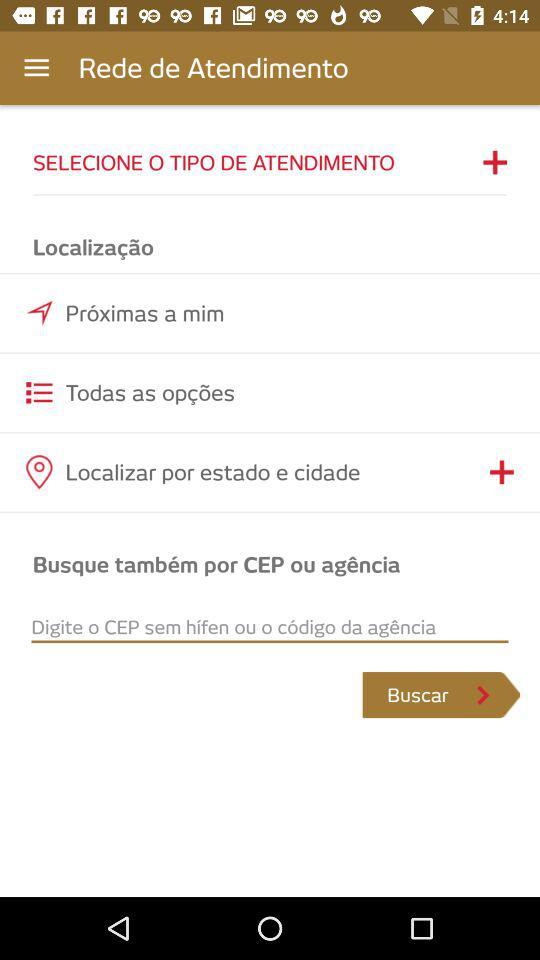 This screenshot has height=960, width=540. What do you see at coordinates (36, 68) in the screenshot?
I see `app next to the rede de atendimento app` at bounding box center [36, 68].